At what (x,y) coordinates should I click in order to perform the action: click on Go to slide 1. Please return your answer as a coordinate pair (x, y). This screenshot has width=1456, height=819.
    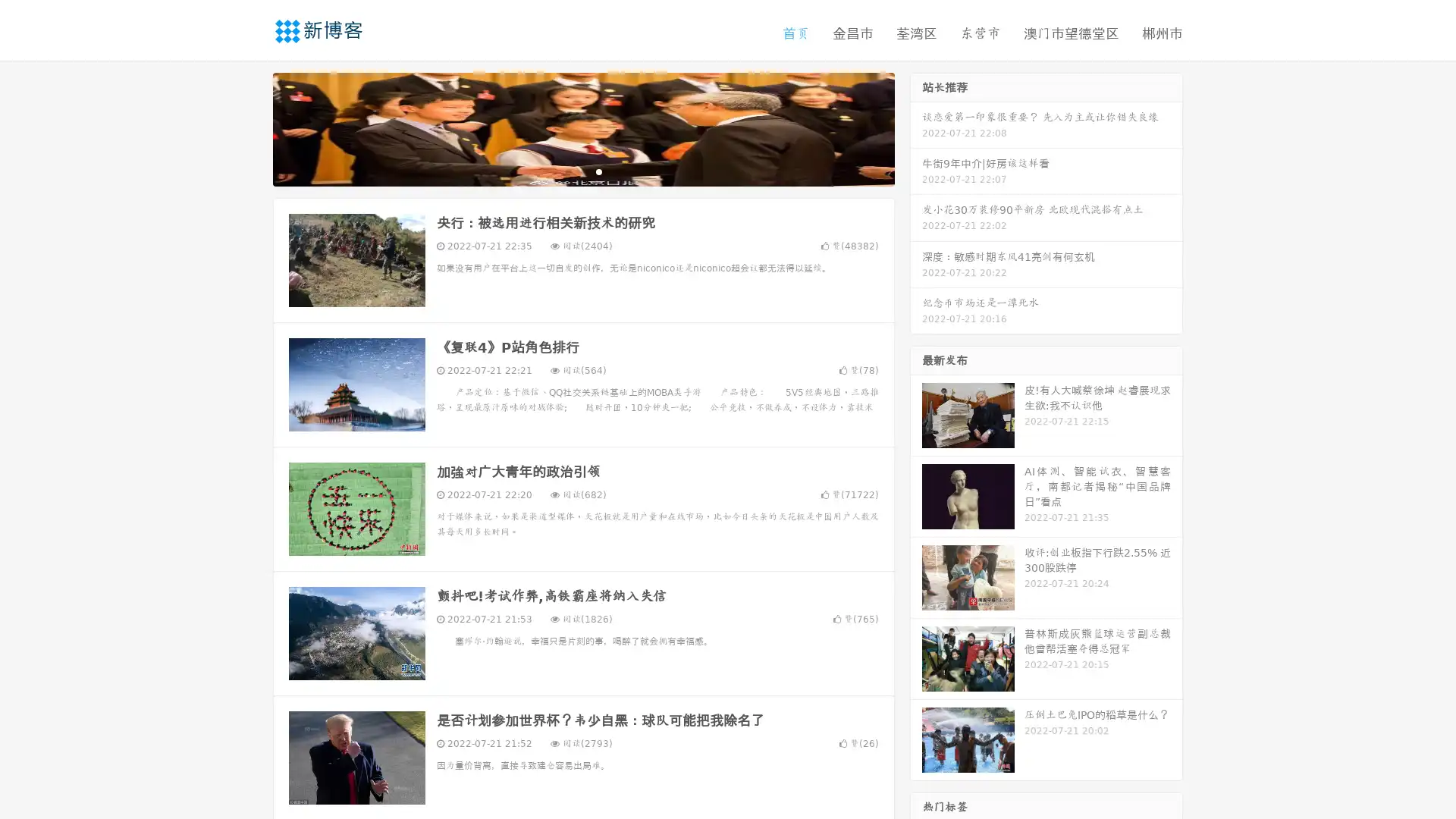
    Looking at the image, I should click on (567, 171).